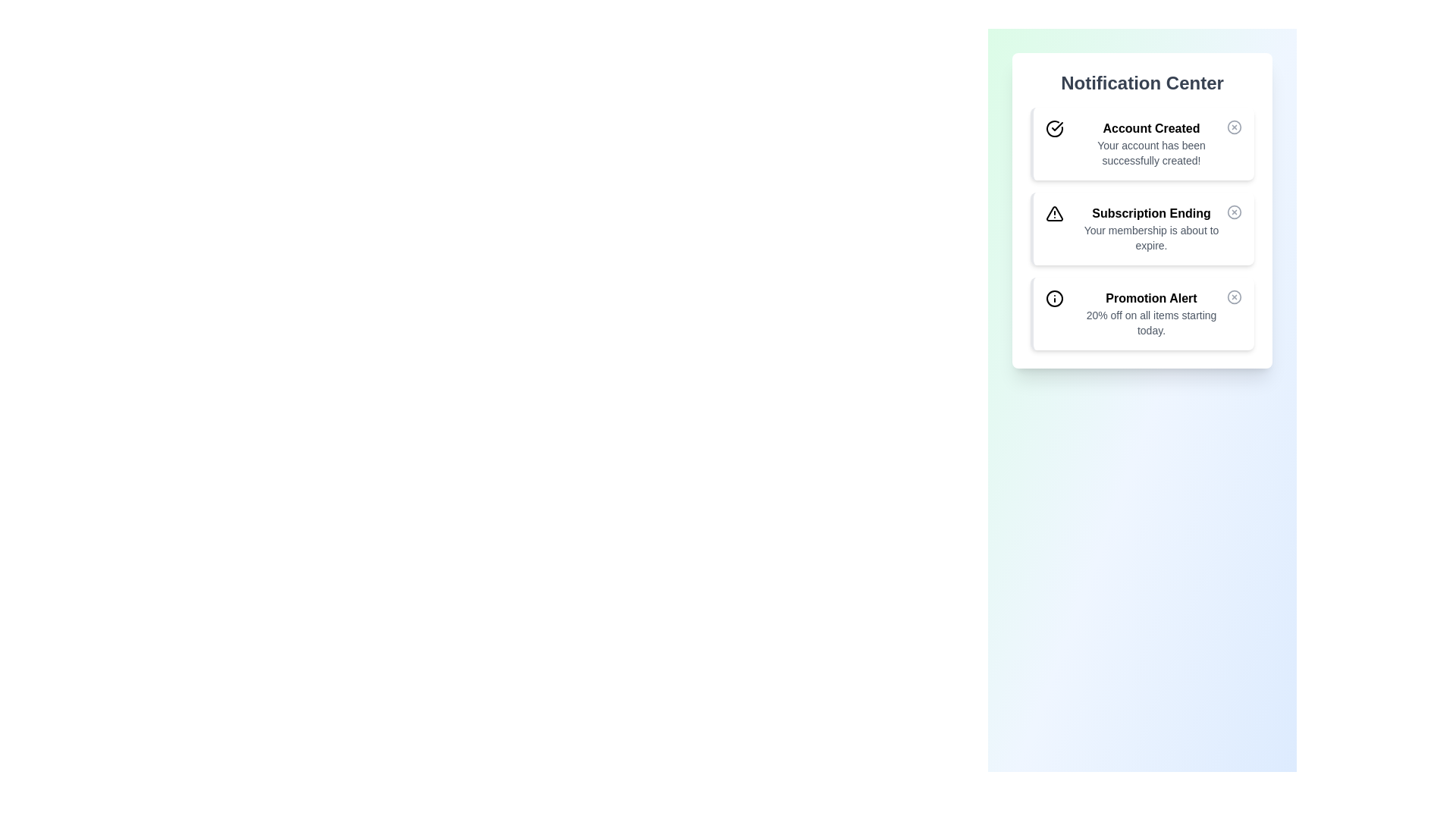  What do you see at coordinates (1151, 228) in the screenshot?
I see `the information presented in the Notification Card Text titled 'Subscription Ending' with the subtitle 'Your membership is about to expire.'` at bounding box center [1151, 228].